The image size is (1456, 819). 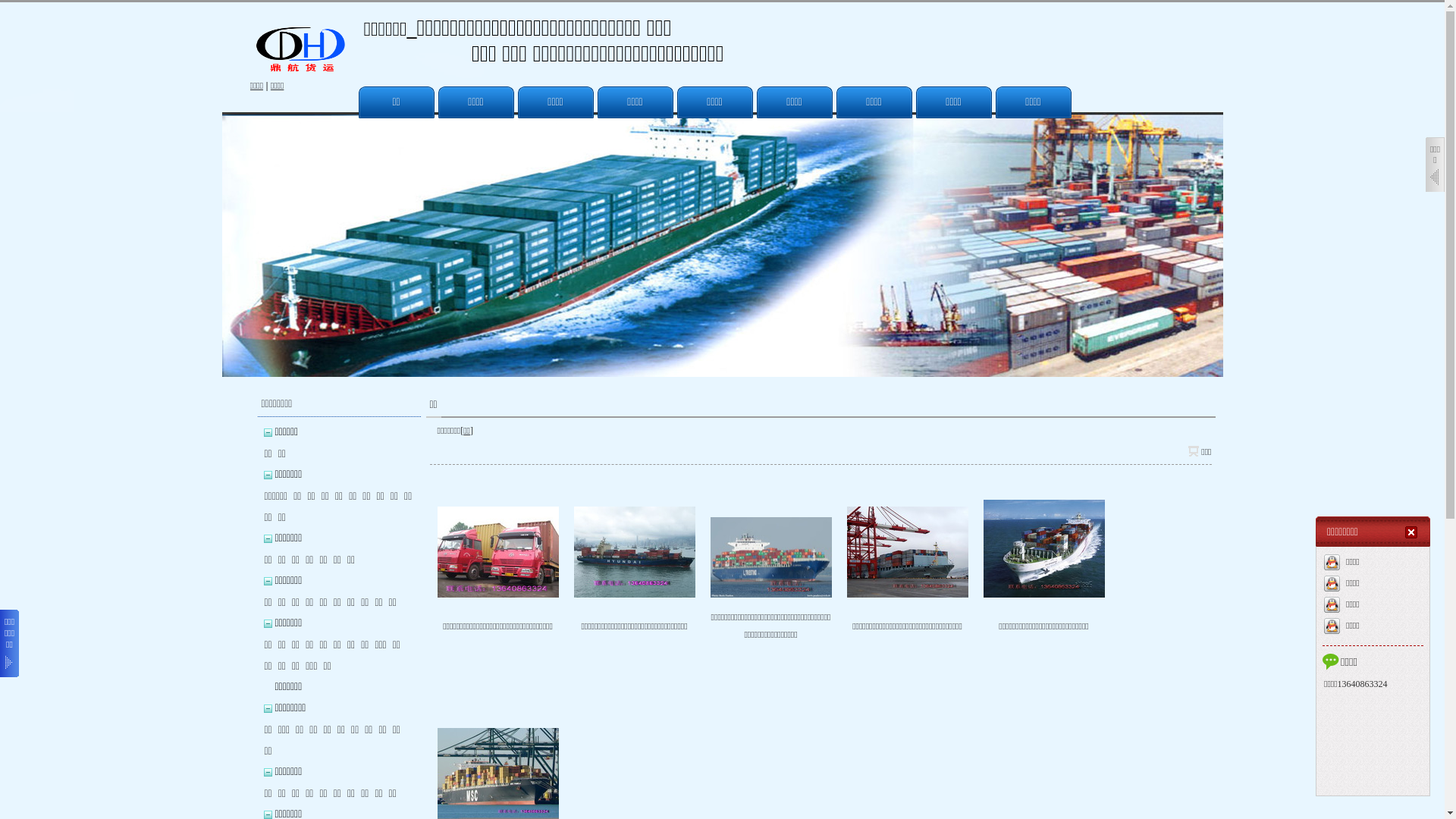 What do you see at coordinates (265, 85) in the screenshot?
I see `'|'` at bounding box center [265, 85].